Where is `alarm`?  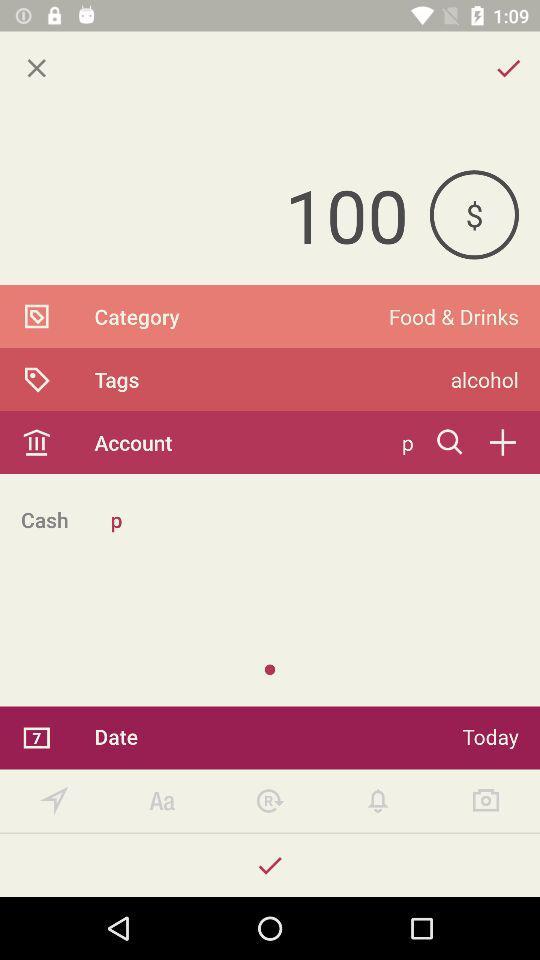 alarm is located at coordinates (378, 801).